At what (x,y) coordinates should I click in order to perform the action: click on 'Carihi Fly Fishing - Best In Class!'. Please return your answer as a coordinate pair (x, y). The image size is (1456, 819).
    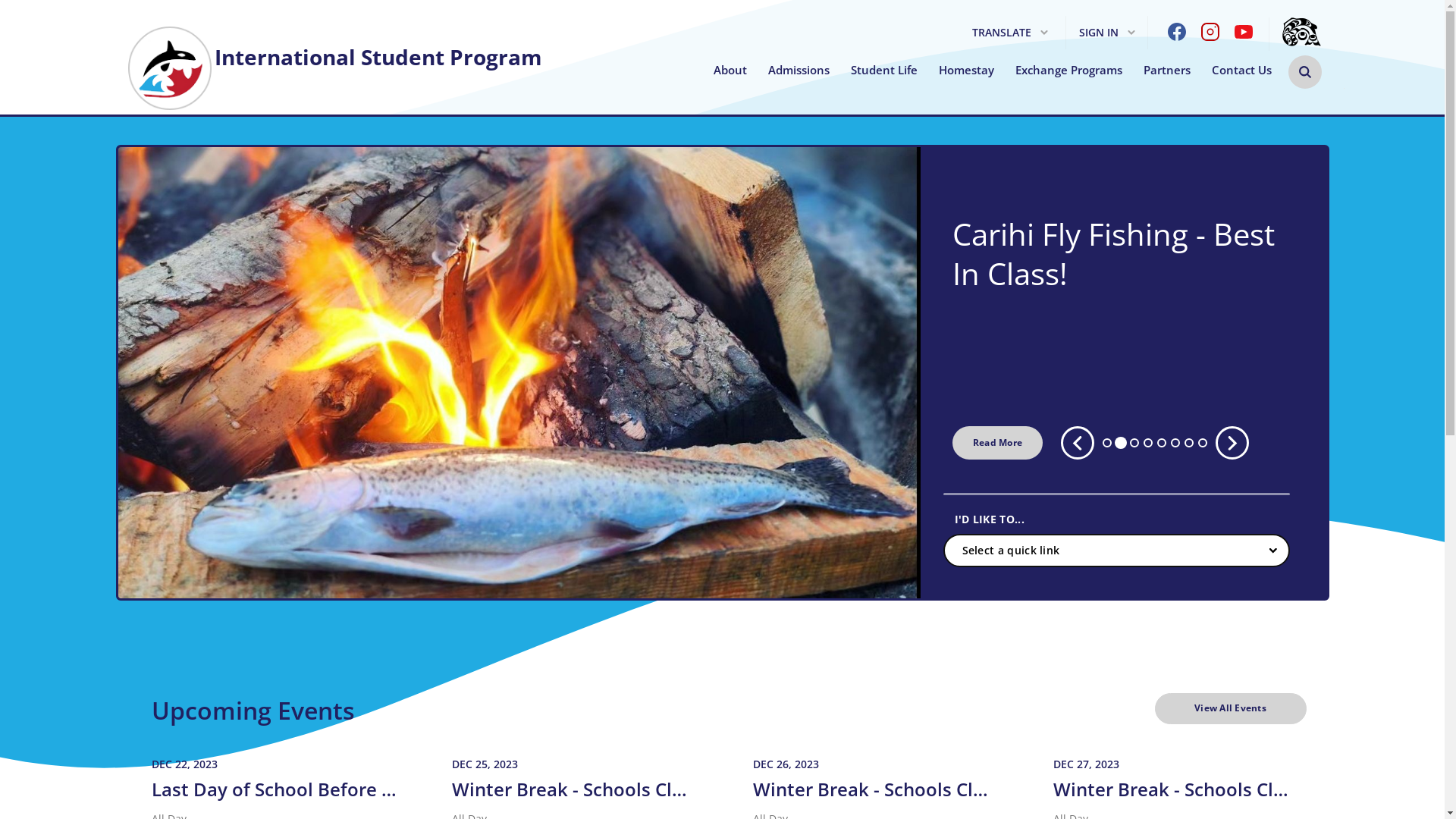
    Looking at the image, I should click on (1125, 253).